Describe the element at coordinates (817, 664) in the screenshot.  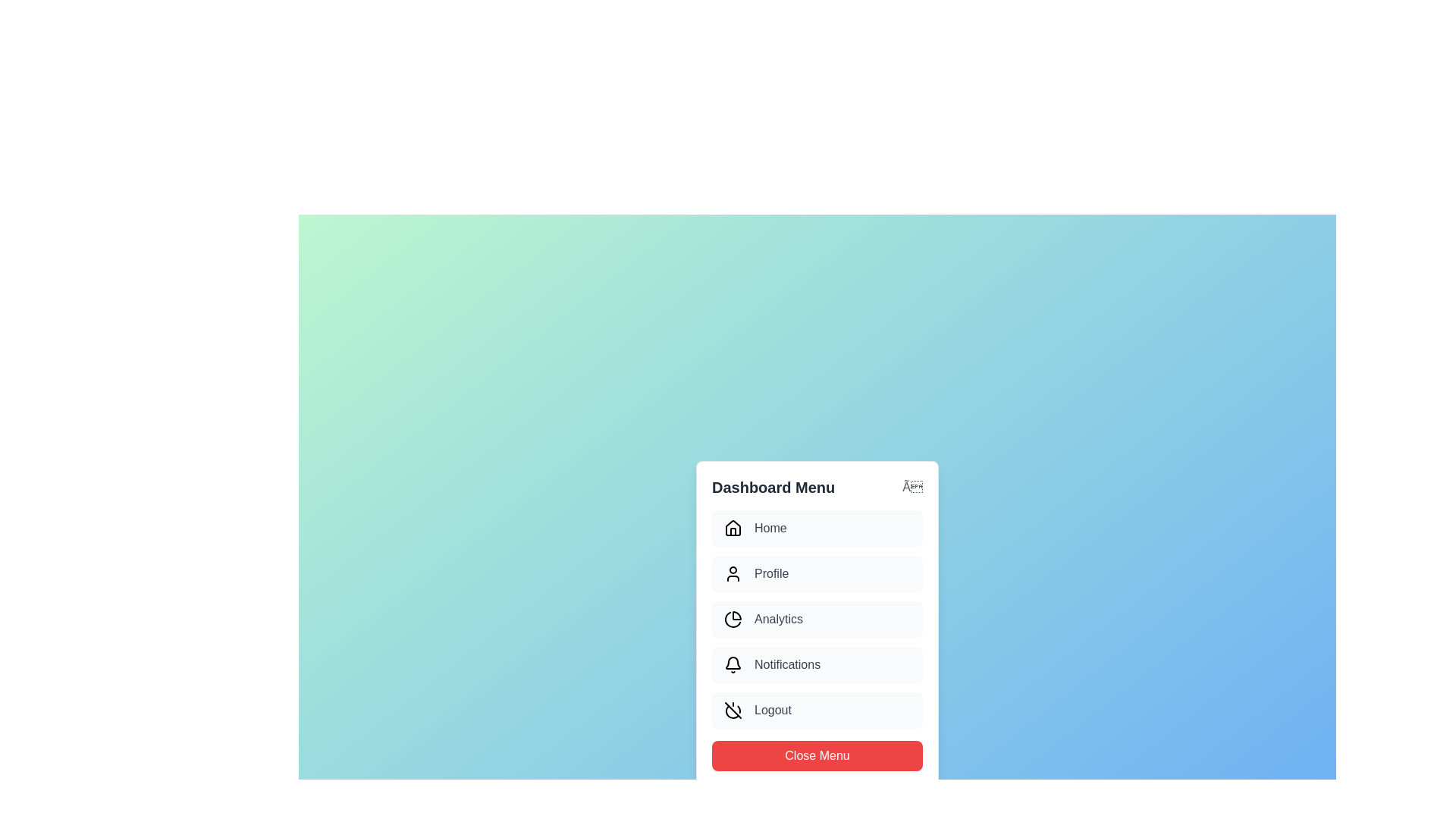
I see `the menu item Notifications` at that location.